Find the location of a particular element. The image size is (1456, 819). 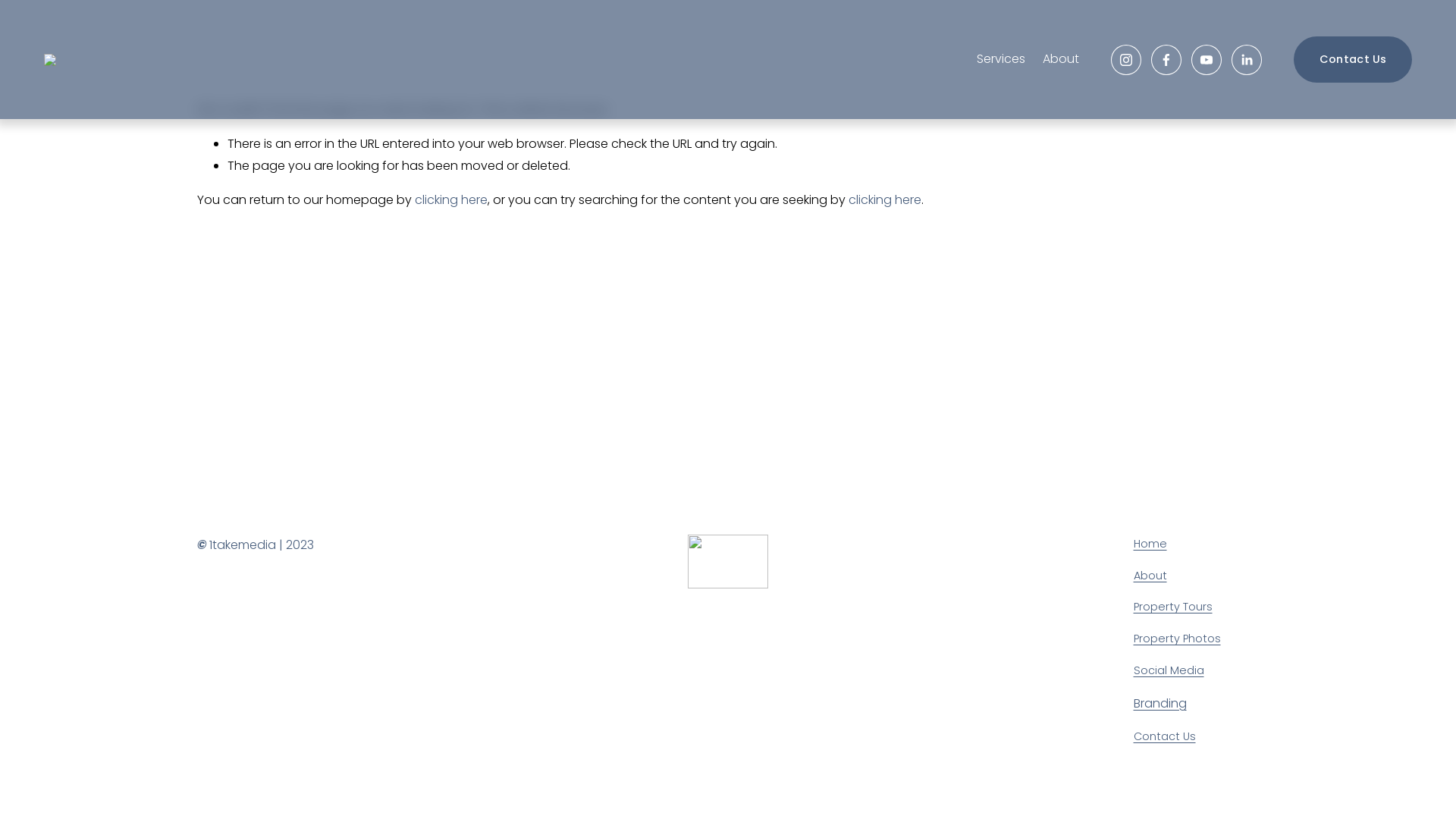

'Services' is located at coordinates (1001, 58).